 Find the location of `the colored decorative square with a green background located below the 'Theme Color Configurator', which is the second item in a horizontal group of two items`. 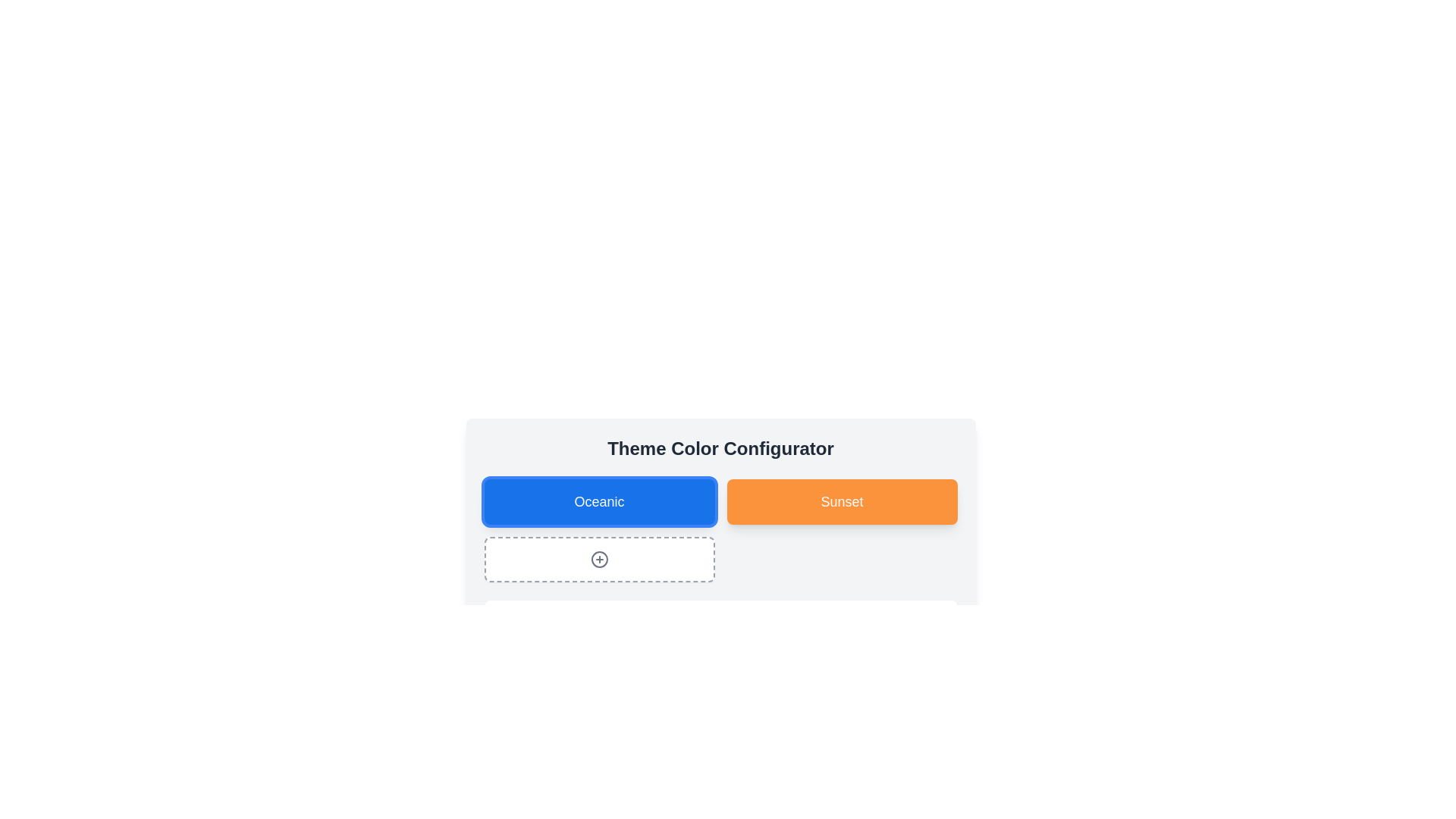

the colored decorative square with a green background located below the 'Theme Color Configurator', which is the second item in a horizontal group of two items is located at coordinates (580, 669).